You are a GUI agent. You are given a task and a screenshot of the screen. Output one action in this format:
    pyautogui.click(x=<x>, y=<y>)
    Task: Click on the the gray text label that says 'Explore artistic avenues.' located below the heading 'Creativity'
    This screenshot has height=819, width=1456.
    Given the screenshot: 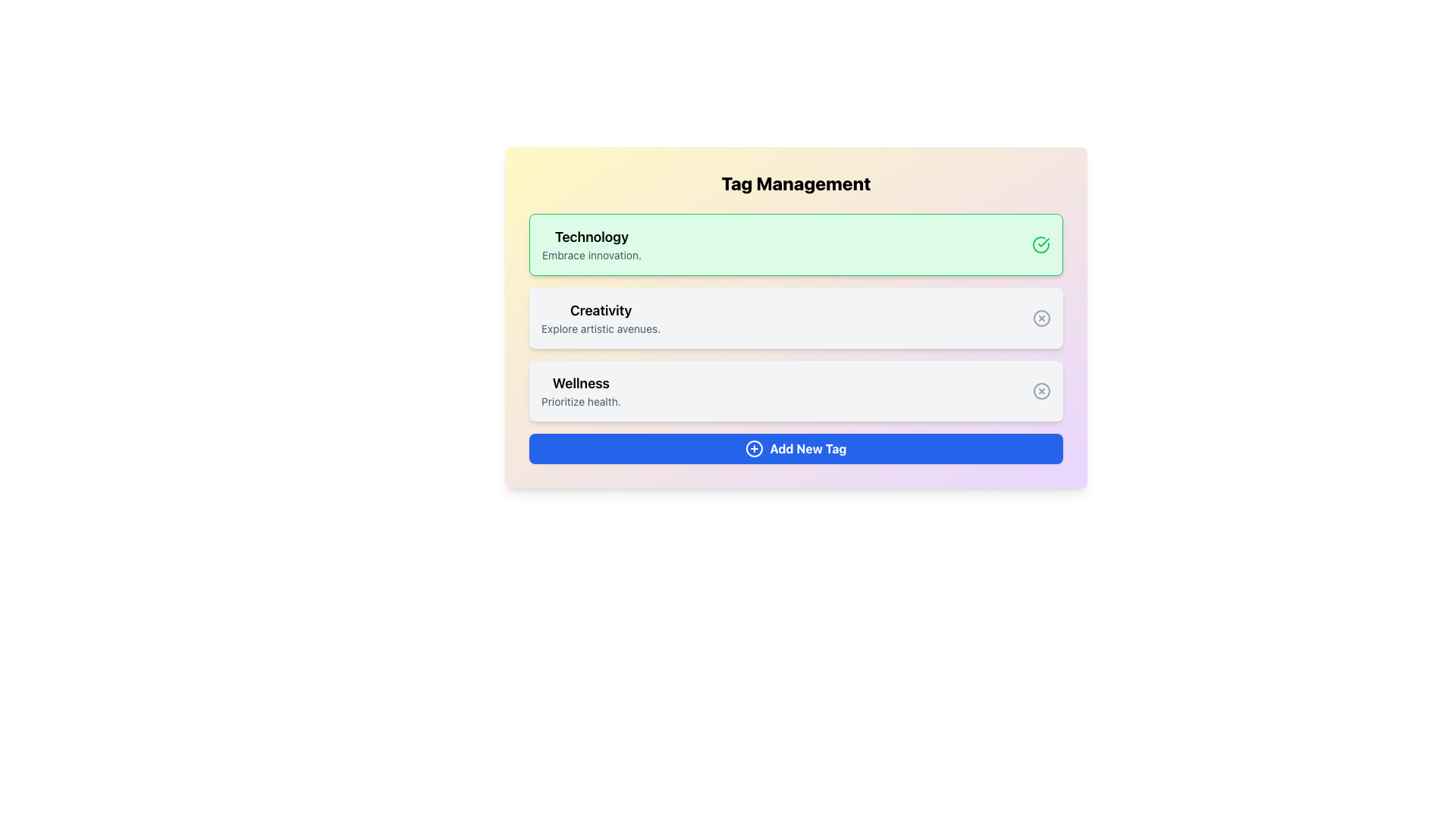 What is the action you would take?
    pyautogui.click(x=600, y=328)
    